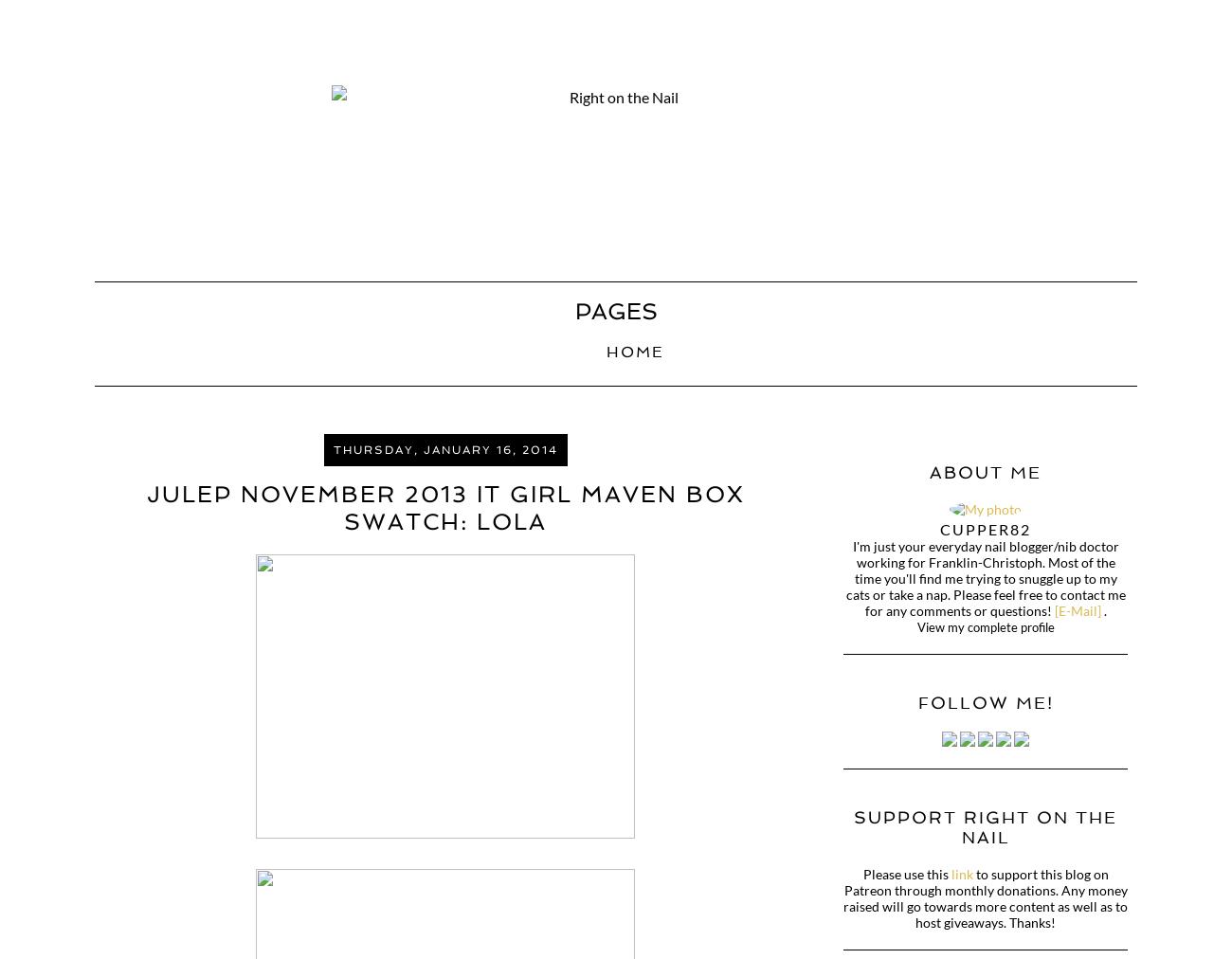  Describe the element at coordinates (986, 898) in the screenshot. I see `'to support this blog on Patreon through monthly donations. Any money raised will go towards more content as well as to host giveaways. Thanks!'` at that location.